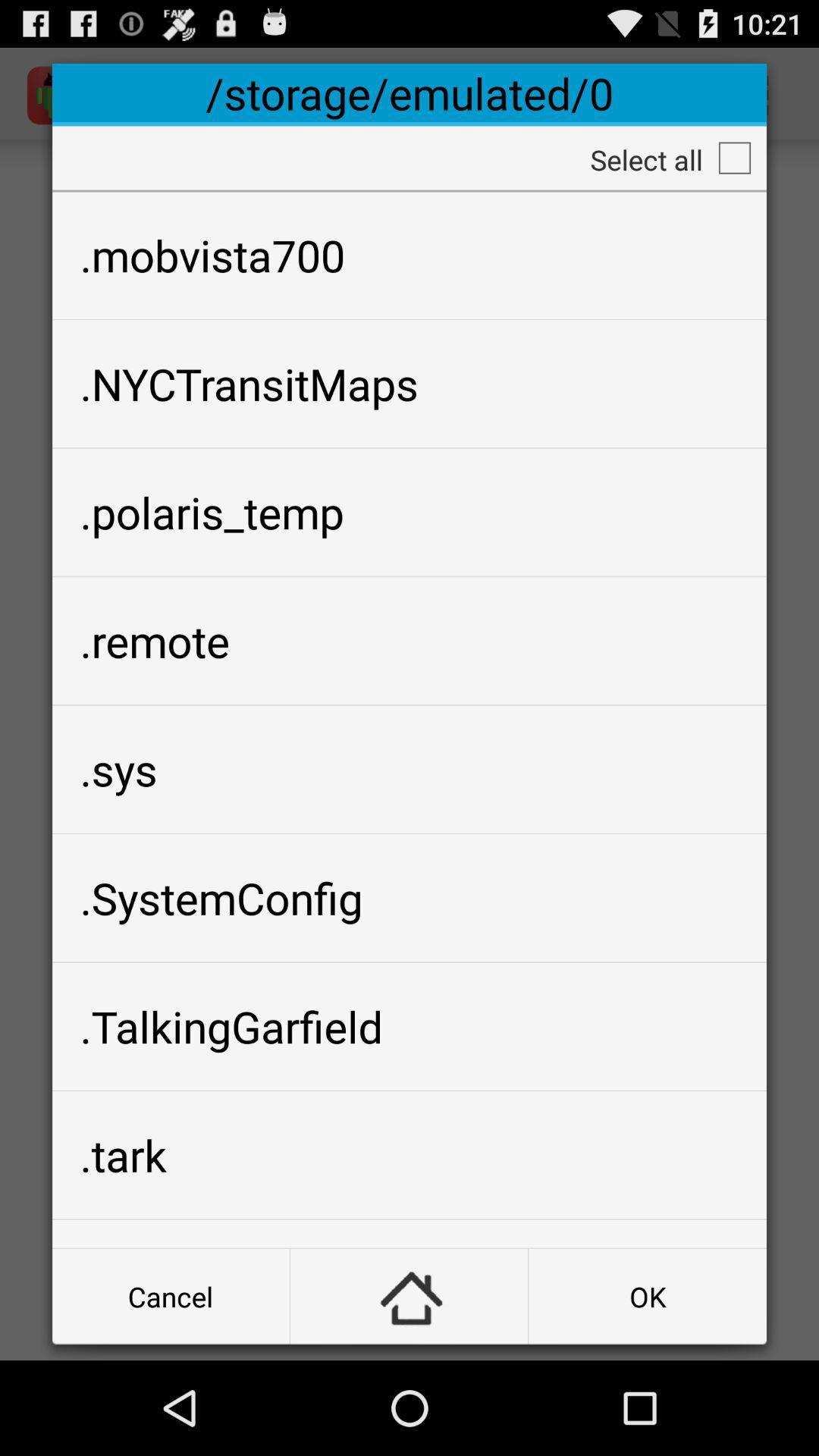  I want to click on app below the .transportext item, so click(171, 1295).